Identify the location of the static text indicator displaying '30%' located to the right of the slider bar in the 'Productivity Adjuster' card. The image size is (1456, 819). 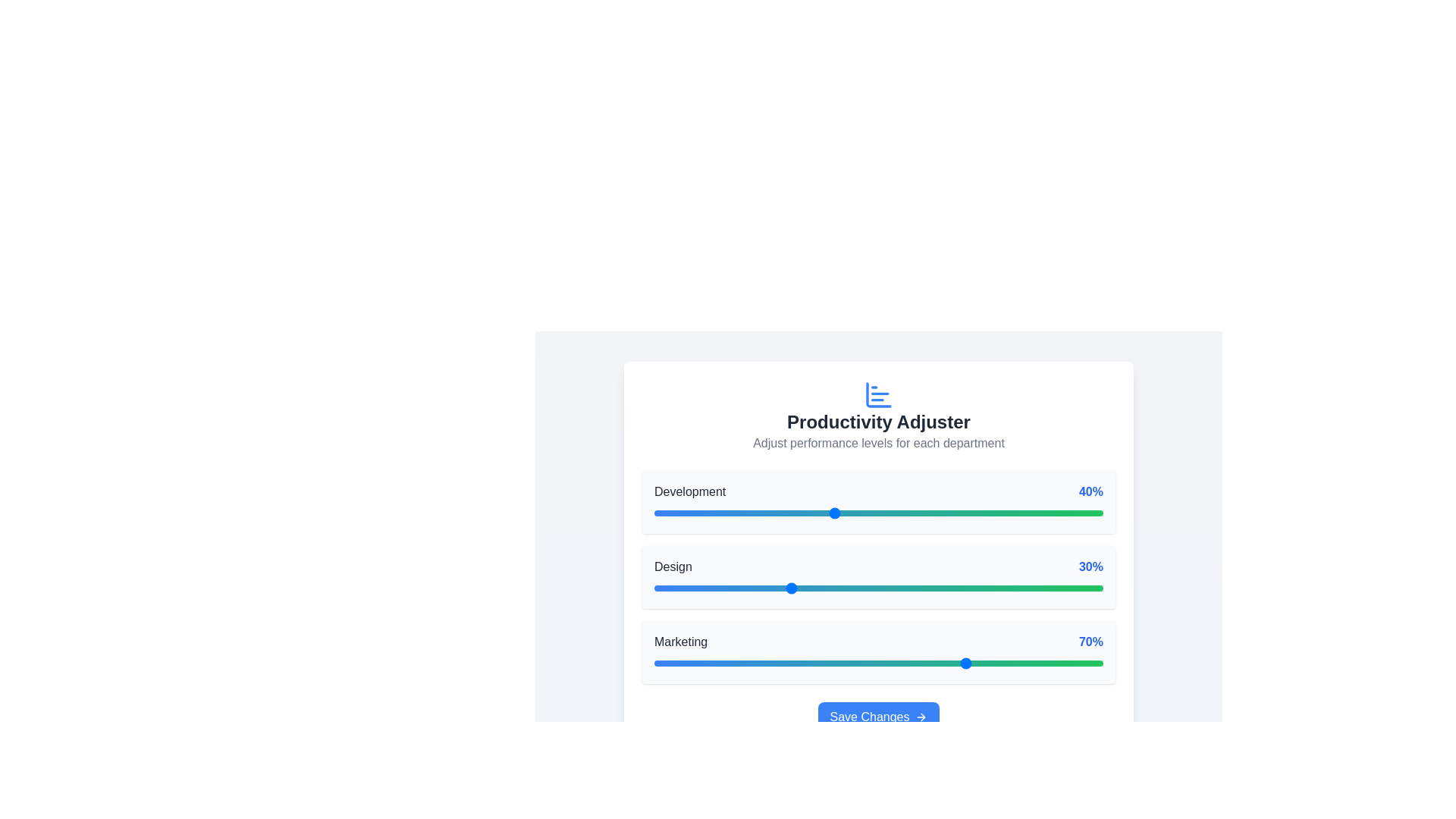
(1090, 567).